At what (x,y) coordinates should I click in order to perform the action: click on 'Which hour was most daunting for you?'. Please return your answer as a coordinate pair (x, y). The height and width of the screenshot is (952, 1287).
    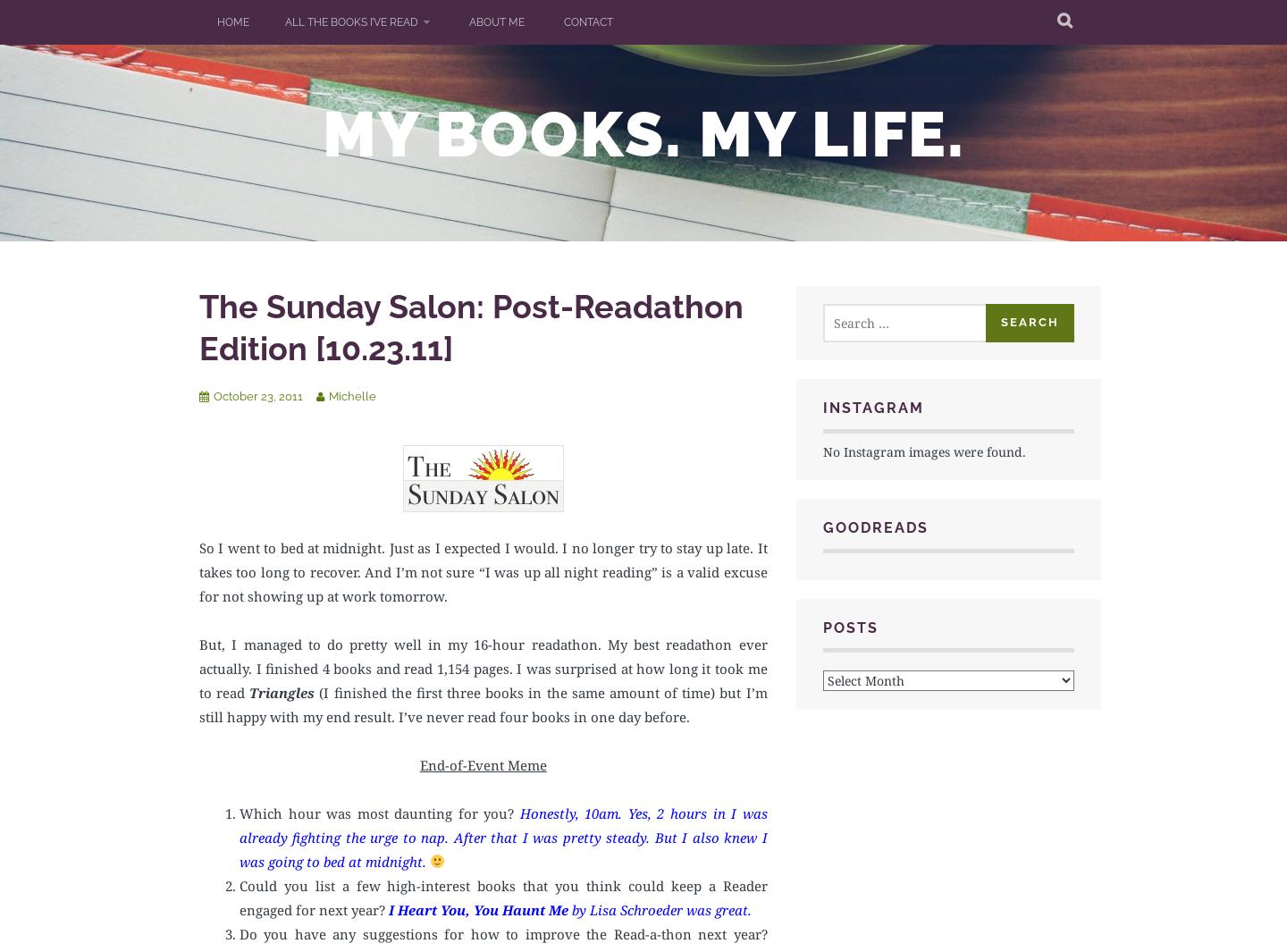
    Looking at the image, I should click on (379, 812).